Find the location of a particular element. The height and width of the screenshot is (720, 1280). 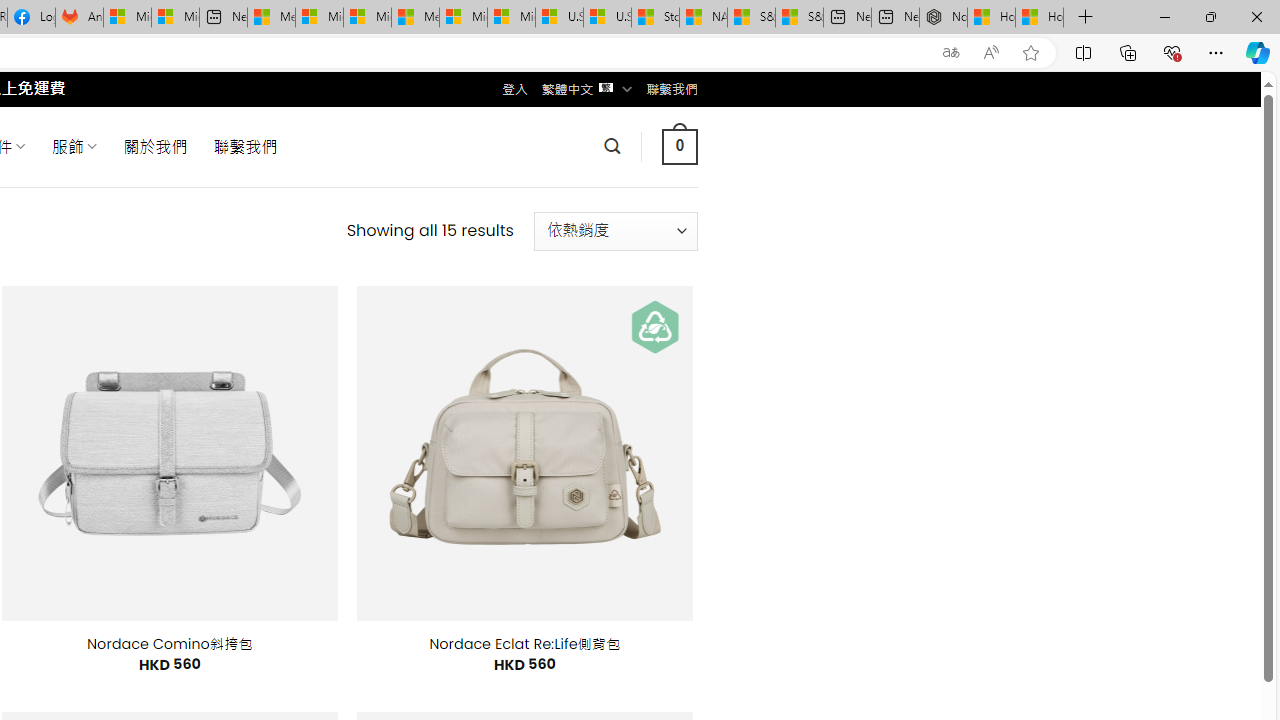

'Show translate options' is located at coordinates (950, 52).